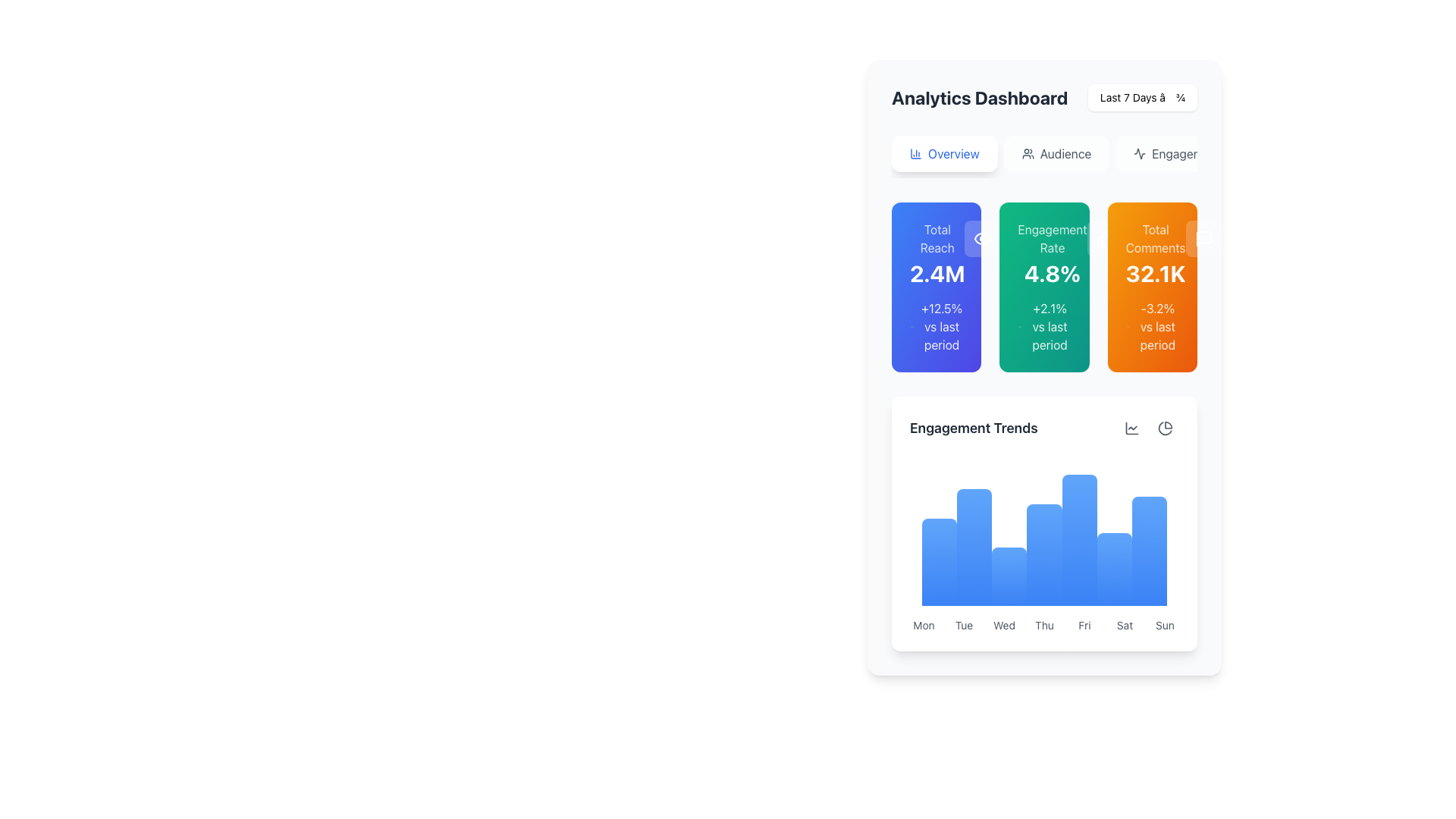  Describe the element at coordinates (1185, 154) in the screenshot. I see `the text label reading 'Engagement' located in the top-right corner of the 'Analytics Dashboard' section` at that location.